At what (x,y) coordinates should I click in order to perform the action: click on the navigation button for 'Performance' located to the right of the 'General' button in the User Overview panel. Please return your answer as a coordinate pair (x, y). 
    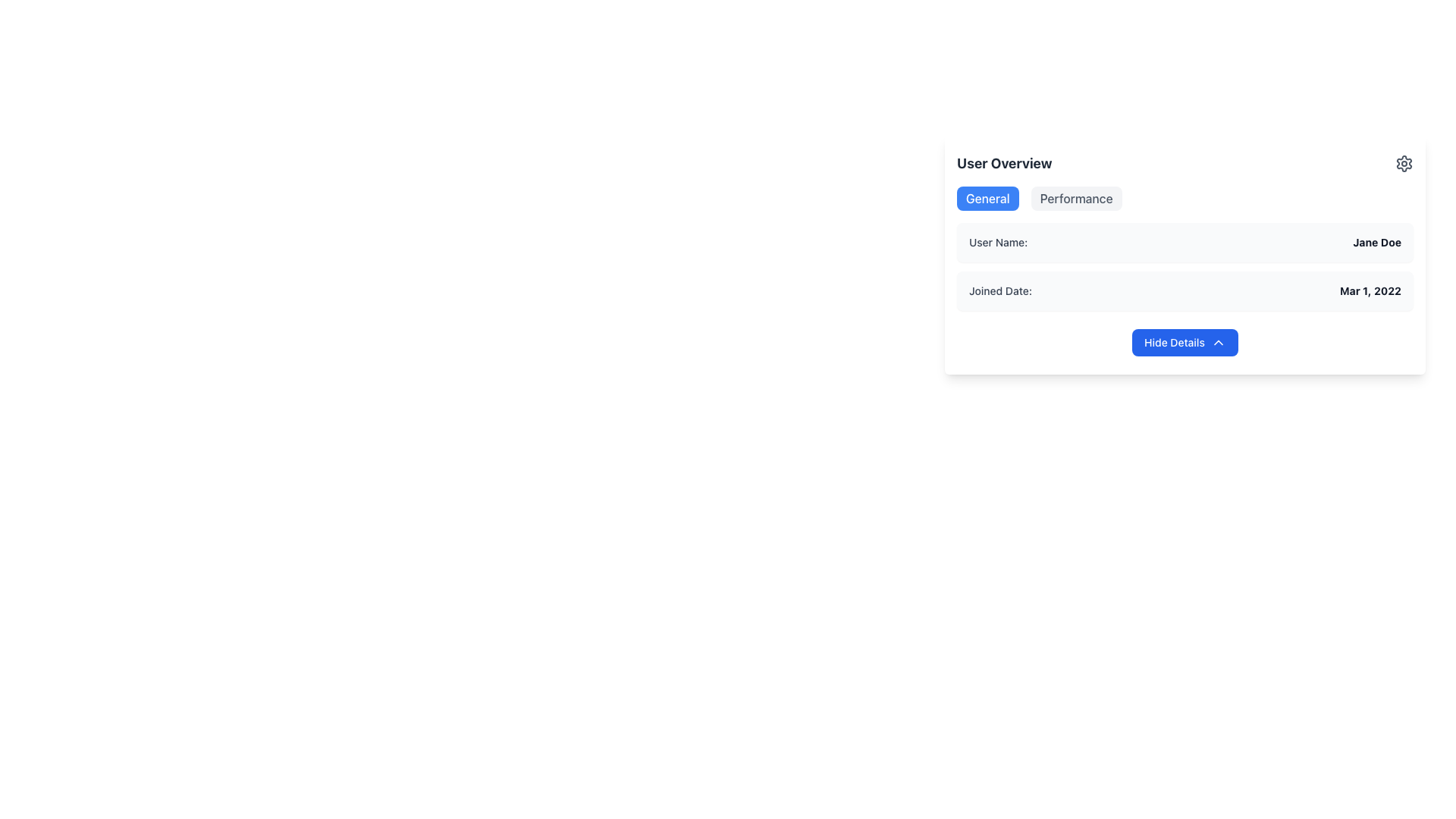
    Looking at the image, I should click on (1075, 198).